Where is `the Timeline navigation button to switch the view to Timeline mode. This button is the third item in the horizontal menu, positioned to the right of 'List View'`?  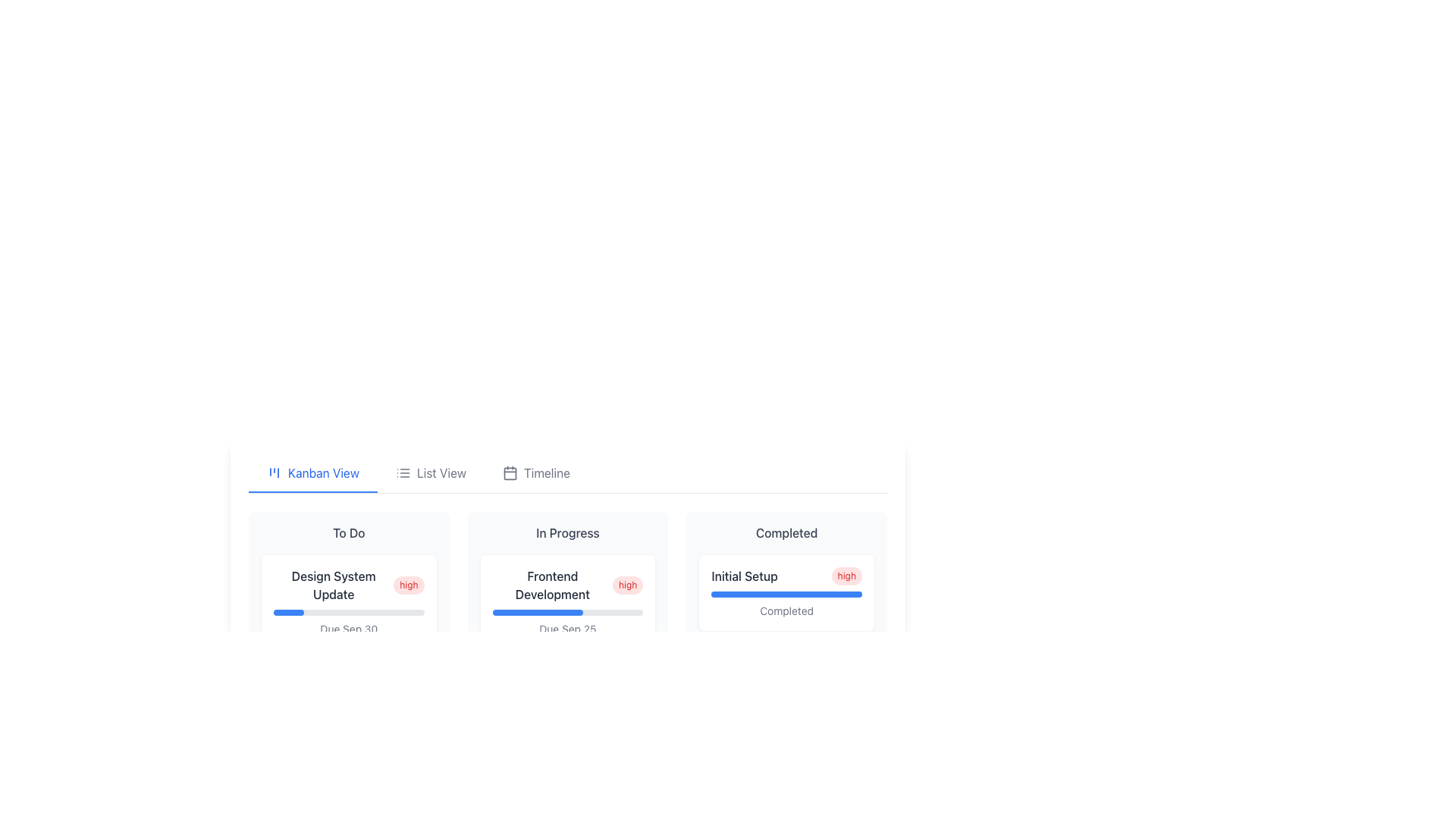 the Timeline navigation button to switch the view to Timeline mode. This button is the third item in the horizontal menu, positioned to the right of 'List View' is located at coordinates (536, 472).